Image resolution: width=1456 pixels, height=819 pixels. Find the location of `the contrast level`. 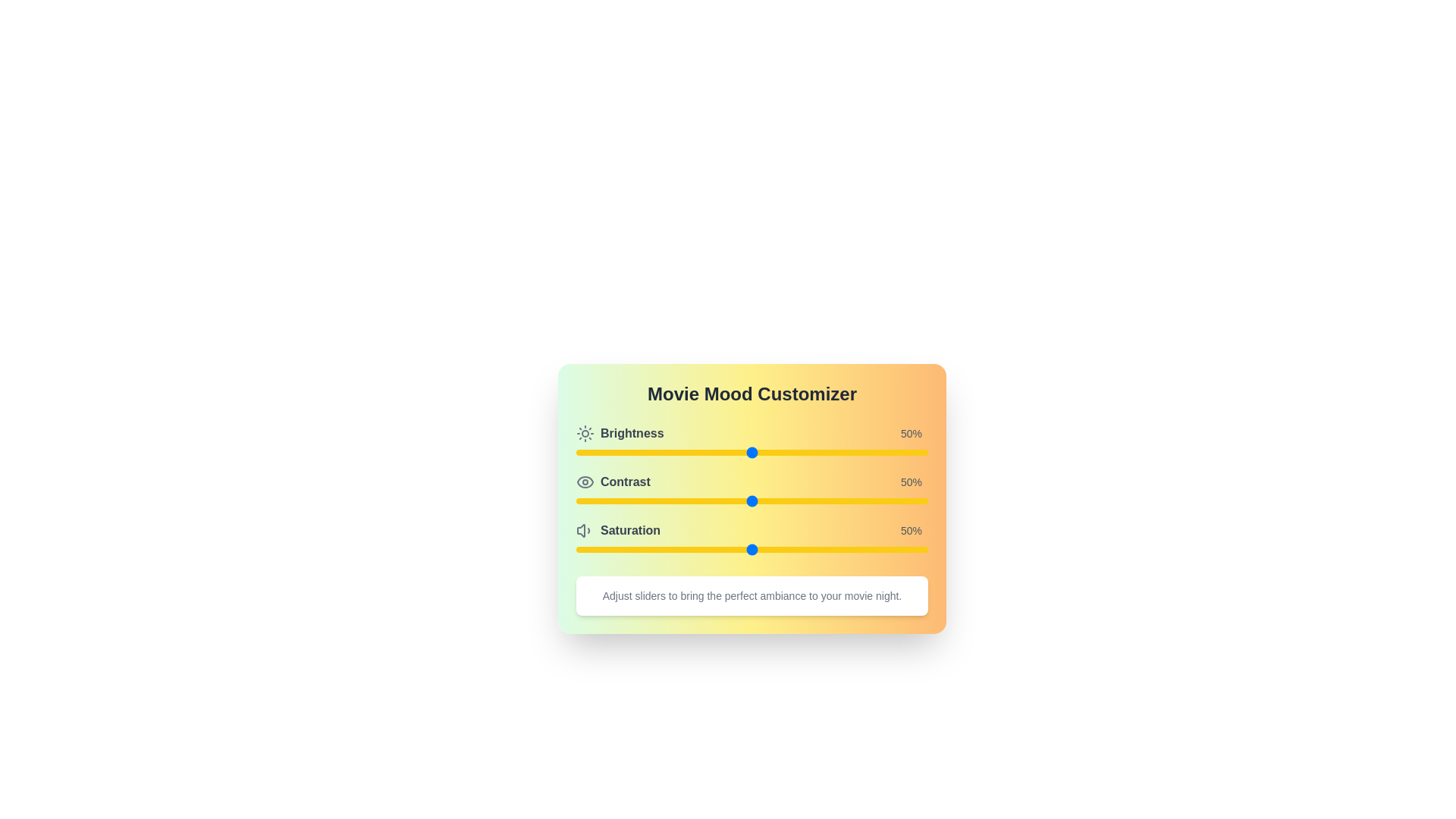

the contrast level is located at coordinates (650, 500).